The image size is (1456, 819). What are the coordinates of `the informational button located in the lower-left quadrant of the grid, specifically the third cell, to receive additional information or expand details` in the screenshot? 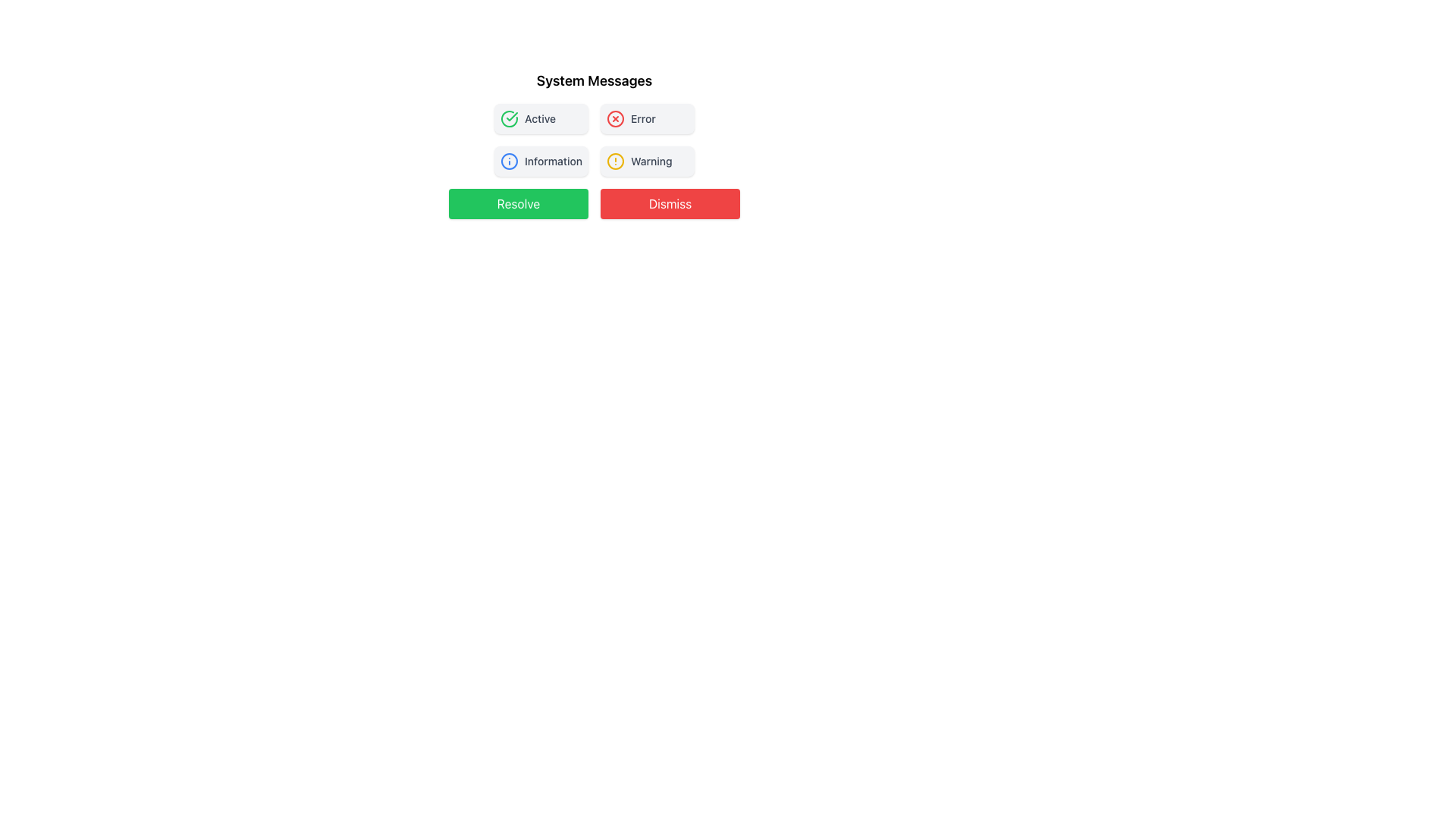 It's located at (541, 161).